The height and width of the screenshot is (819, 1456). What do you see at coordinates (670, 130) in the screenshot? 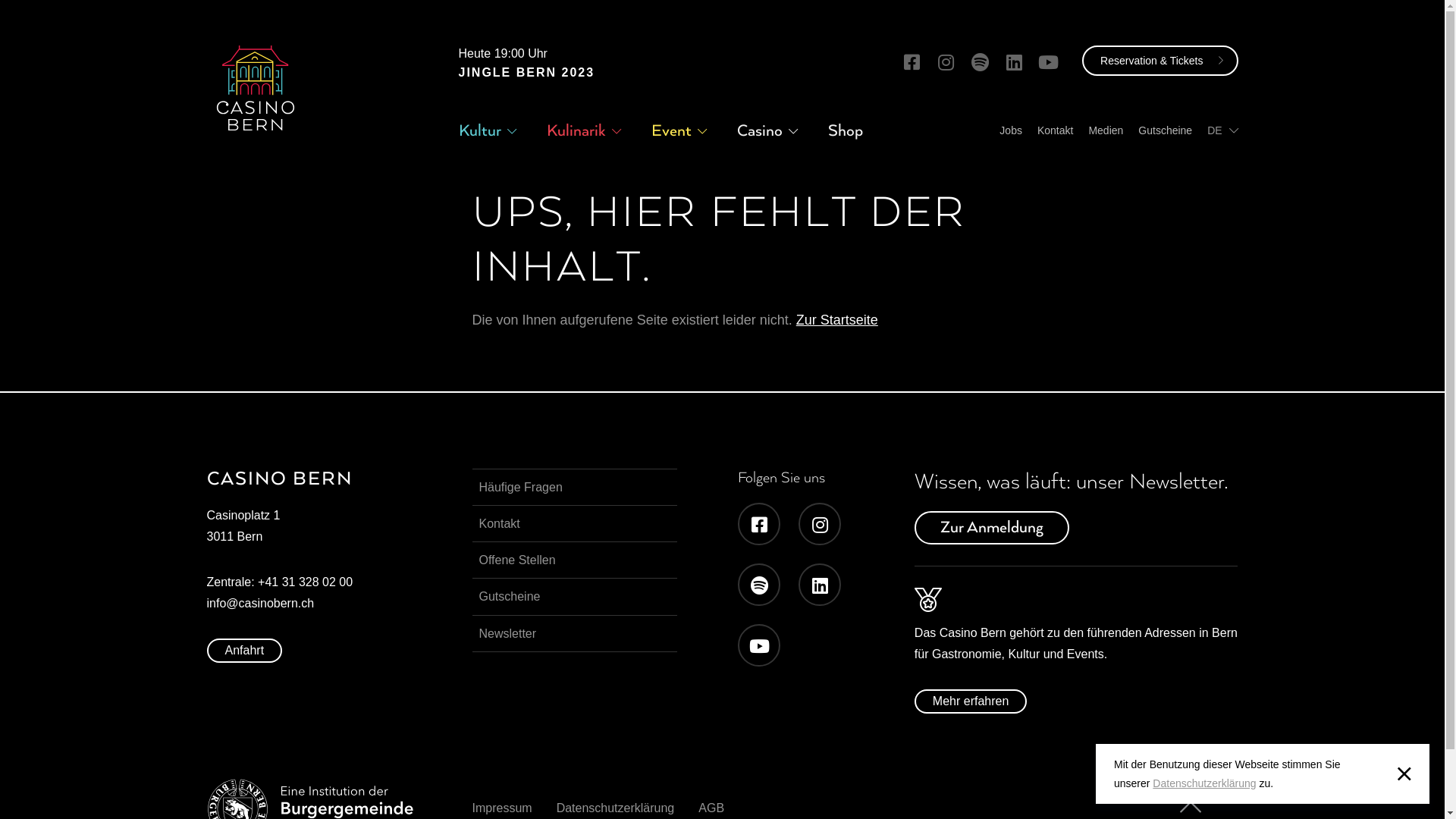
I see `'Event'` at bounding box center [670, 130].